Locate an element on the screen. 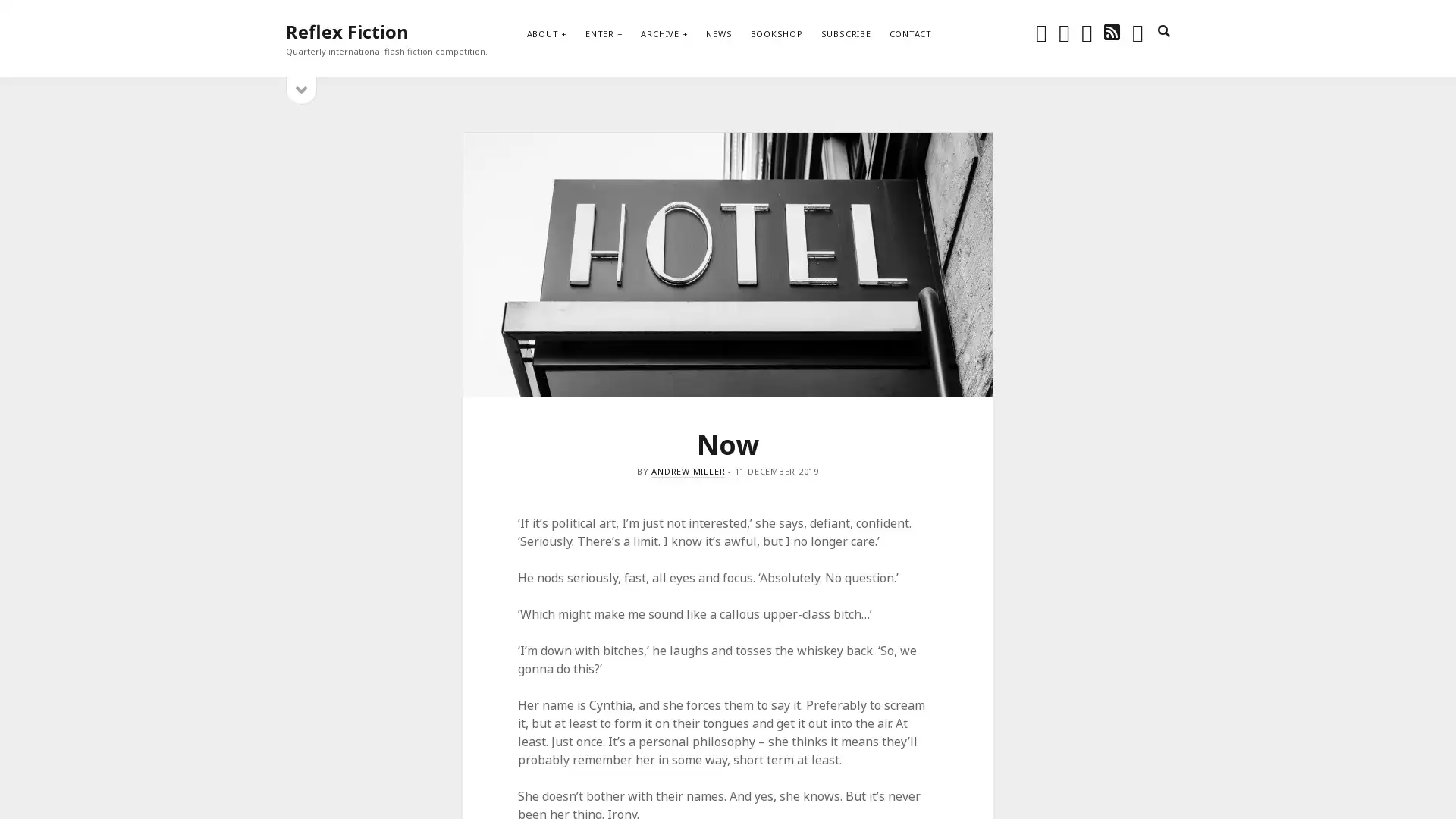  open sidebar is located at coordinates (300, 90).